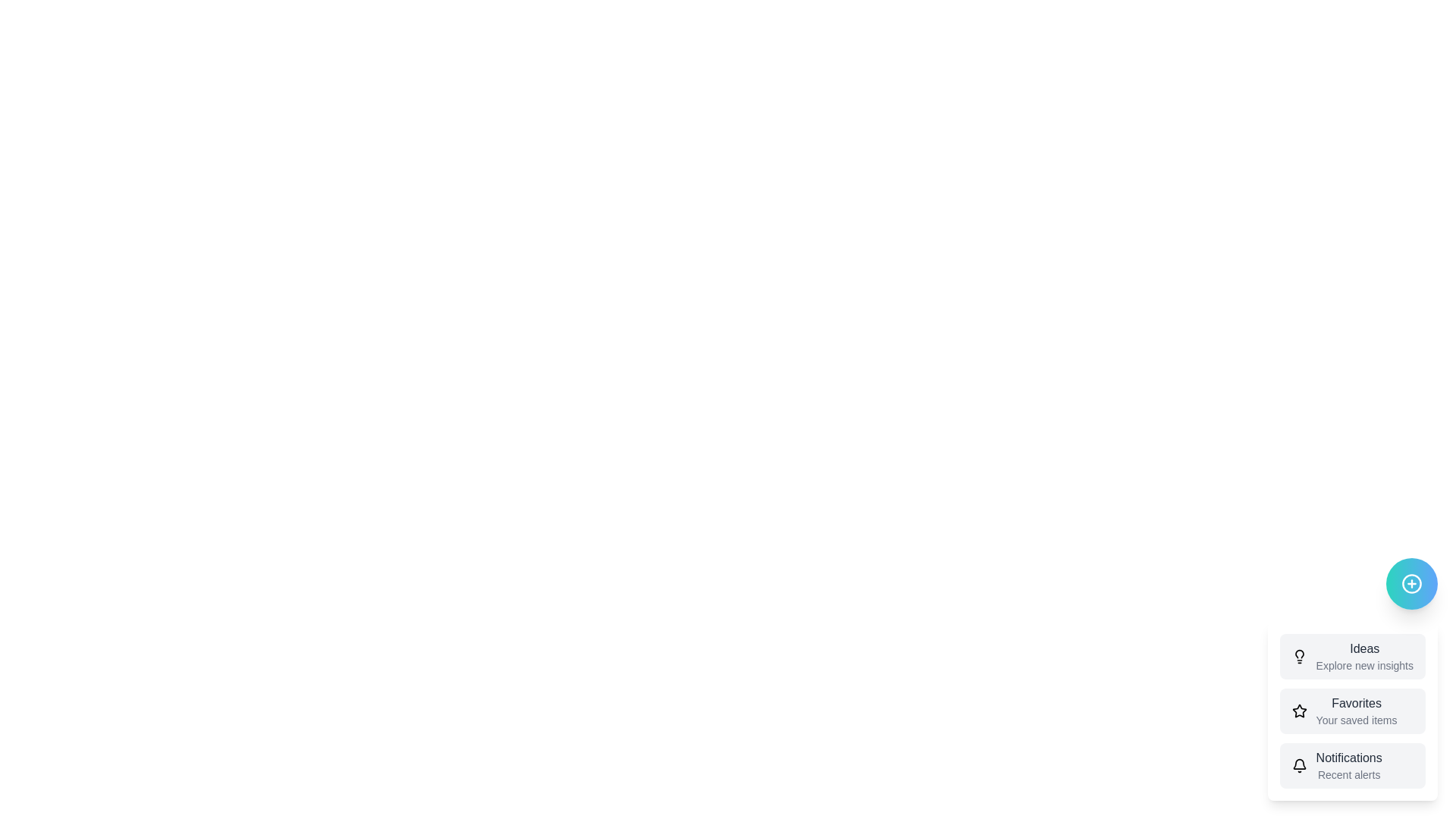 Image resolution: width=1456 pixels, height=819 pixels. What do you see at coordinates (1298, 656) in the screenshot?
I see `the light bulb icon representing ideas, located at the top of the 'Ideas' entry in a vertical list` at bounding box center [1298, 656].